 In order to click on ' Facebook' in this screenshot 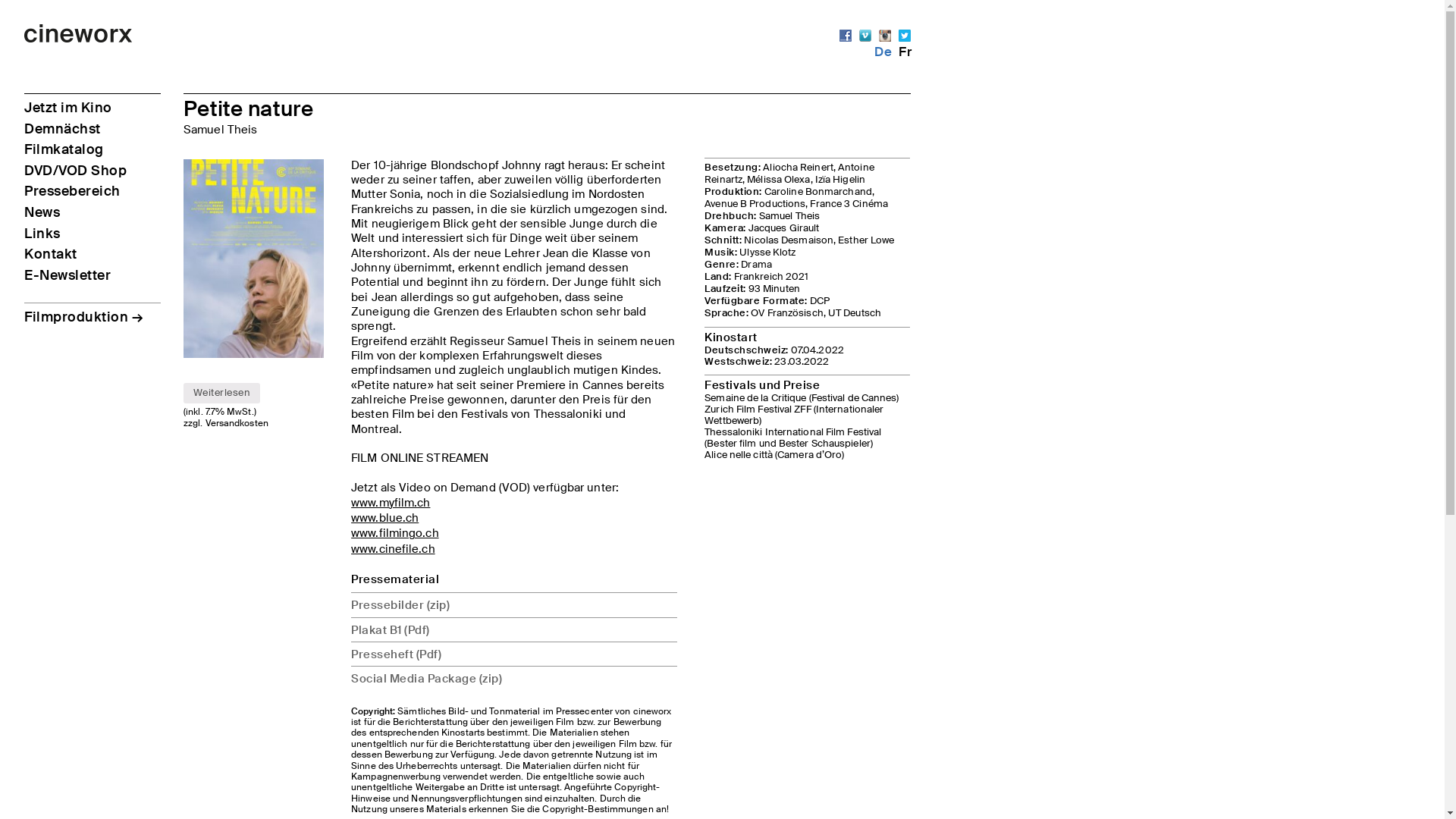, I will do `click(844, 34)`.